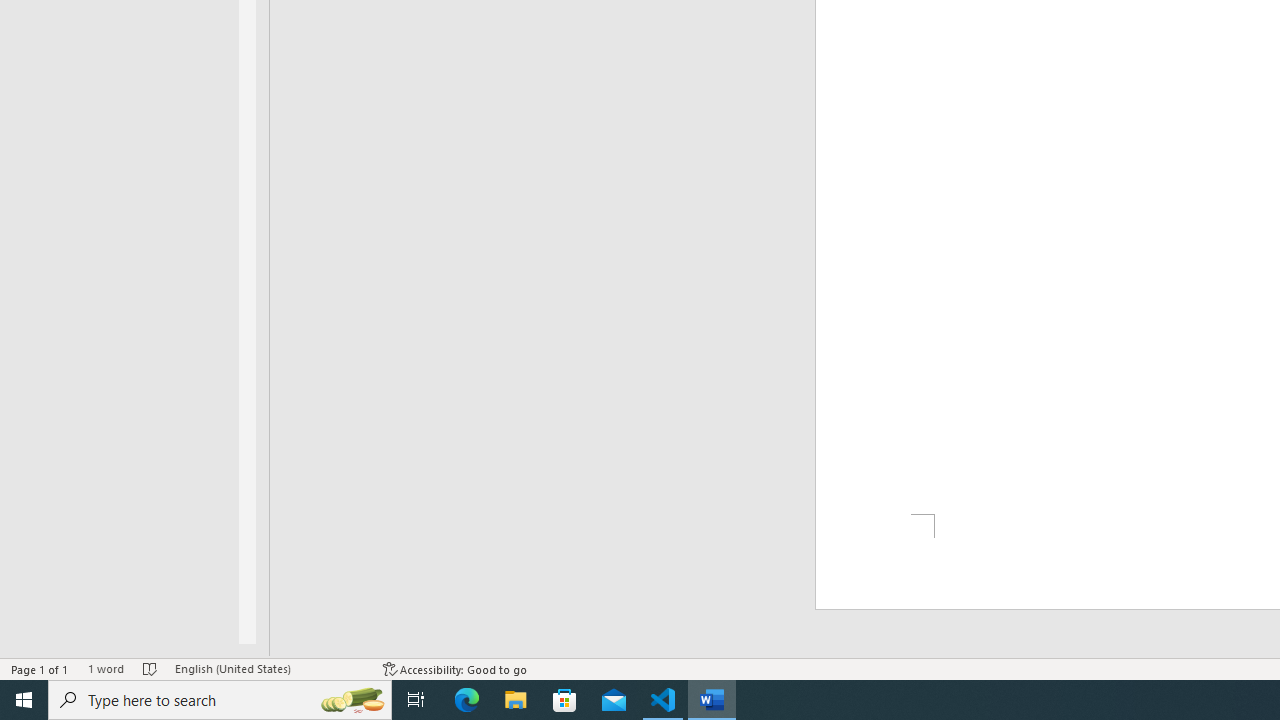 The height and width of the screenshot is (720, 1280). I want to click on 'Language English (United States)', so click(268, 669).